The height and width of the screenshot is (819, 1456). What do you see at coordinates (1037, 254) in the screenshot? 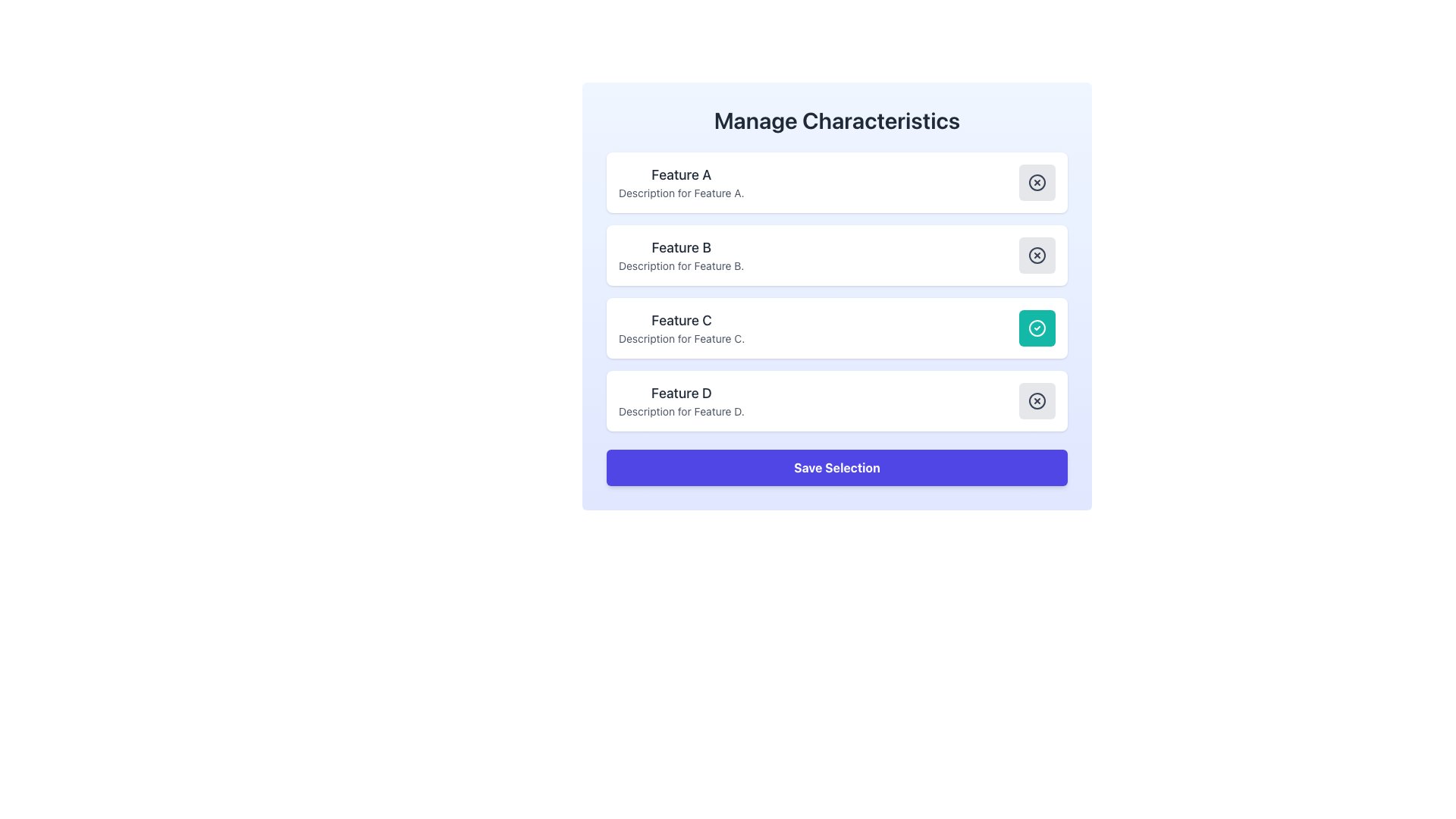
I see `the circular 'X' button outlined in black, located to the right of 'Feature B' in the second row` at bounding box center [1037, 254].